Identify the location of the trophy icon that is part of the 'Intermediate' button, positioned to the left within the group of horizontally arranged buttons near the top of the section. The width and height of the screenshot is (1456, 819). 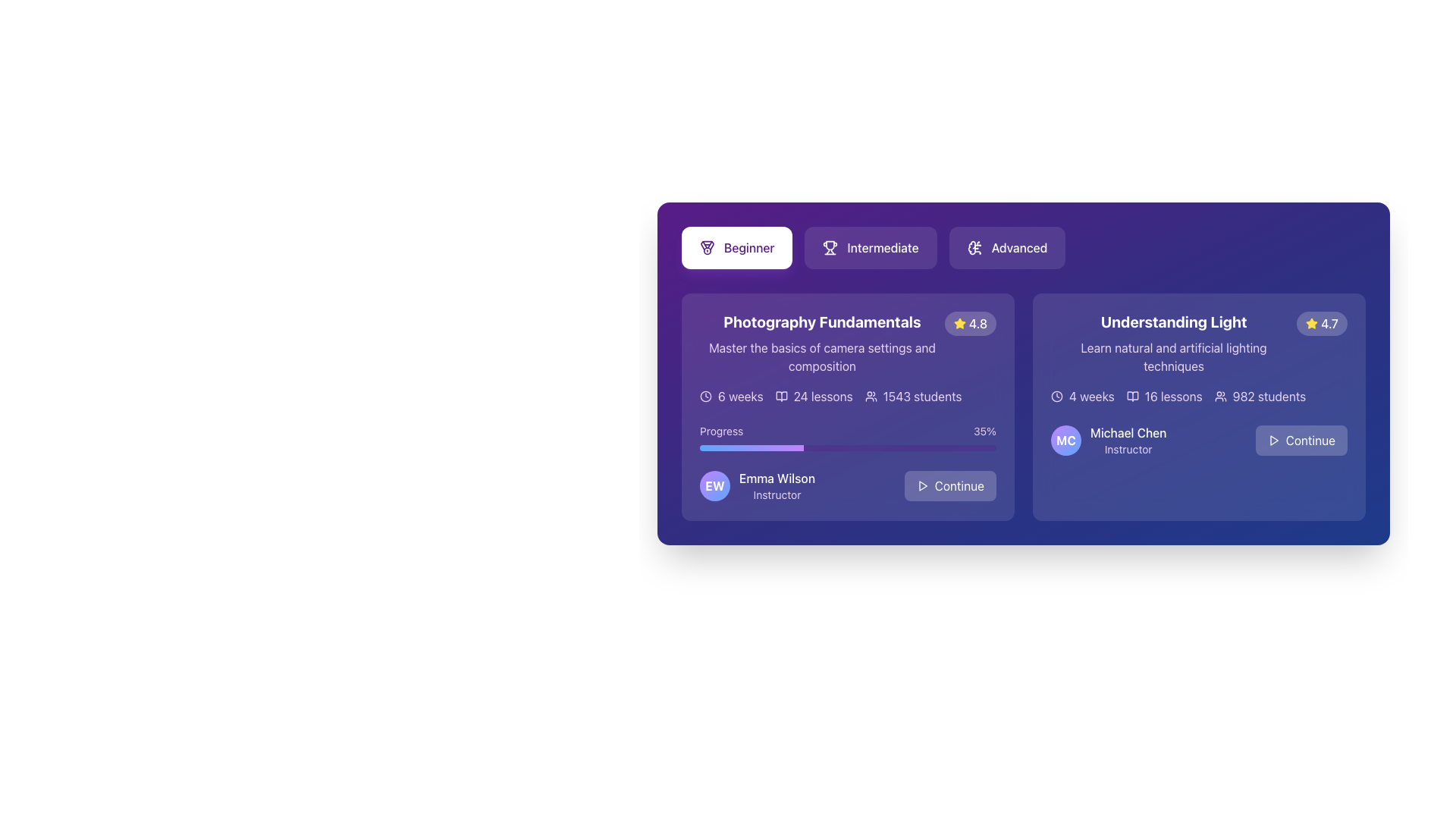
(830, 247).